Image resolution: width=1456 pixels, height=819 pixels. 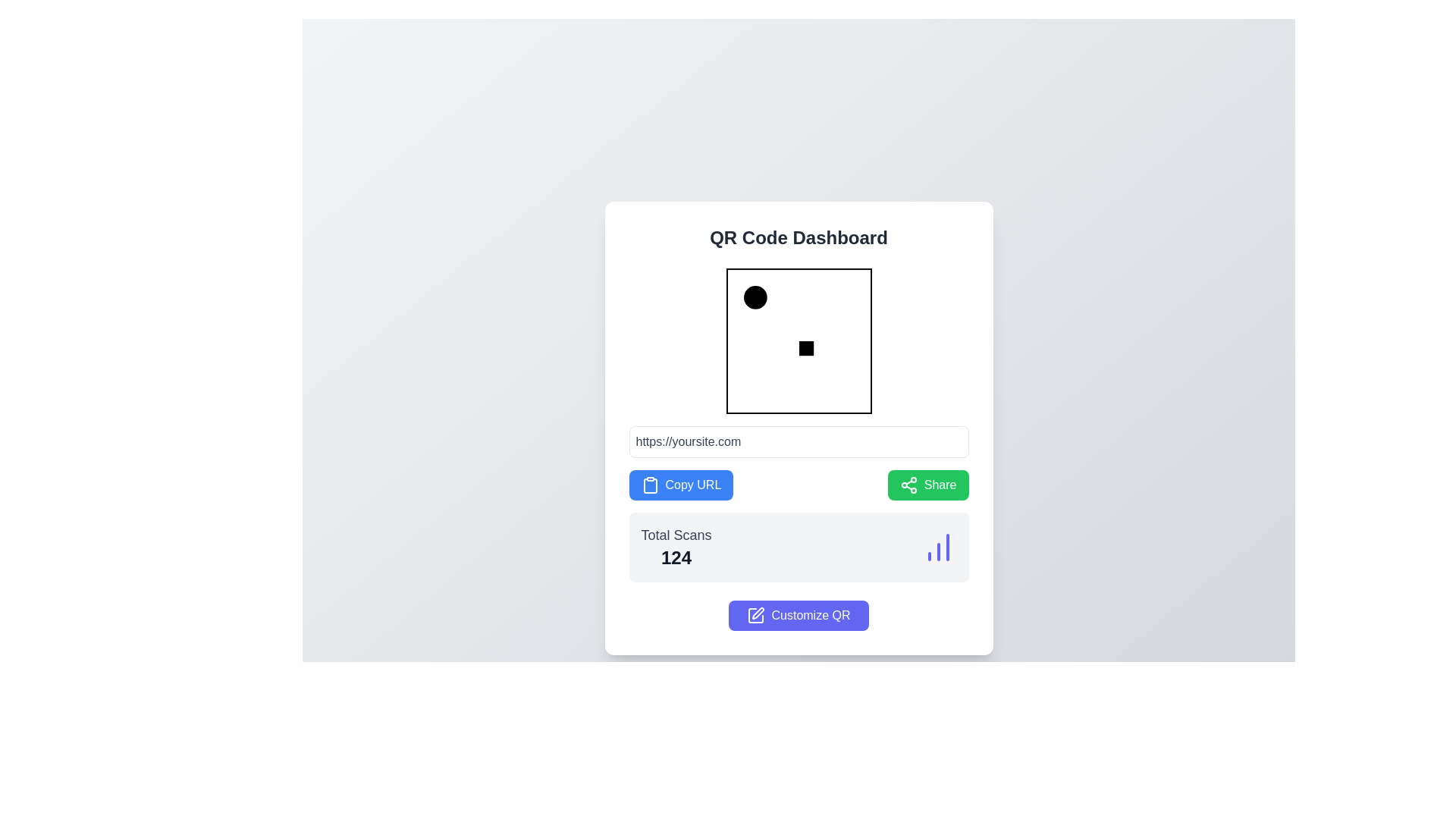 I want to click on the rectangular button with a purple background and white text that reads 'Customize QR', which is positioned below the 'Total Scans' stat section, so click(x=798, y=616).